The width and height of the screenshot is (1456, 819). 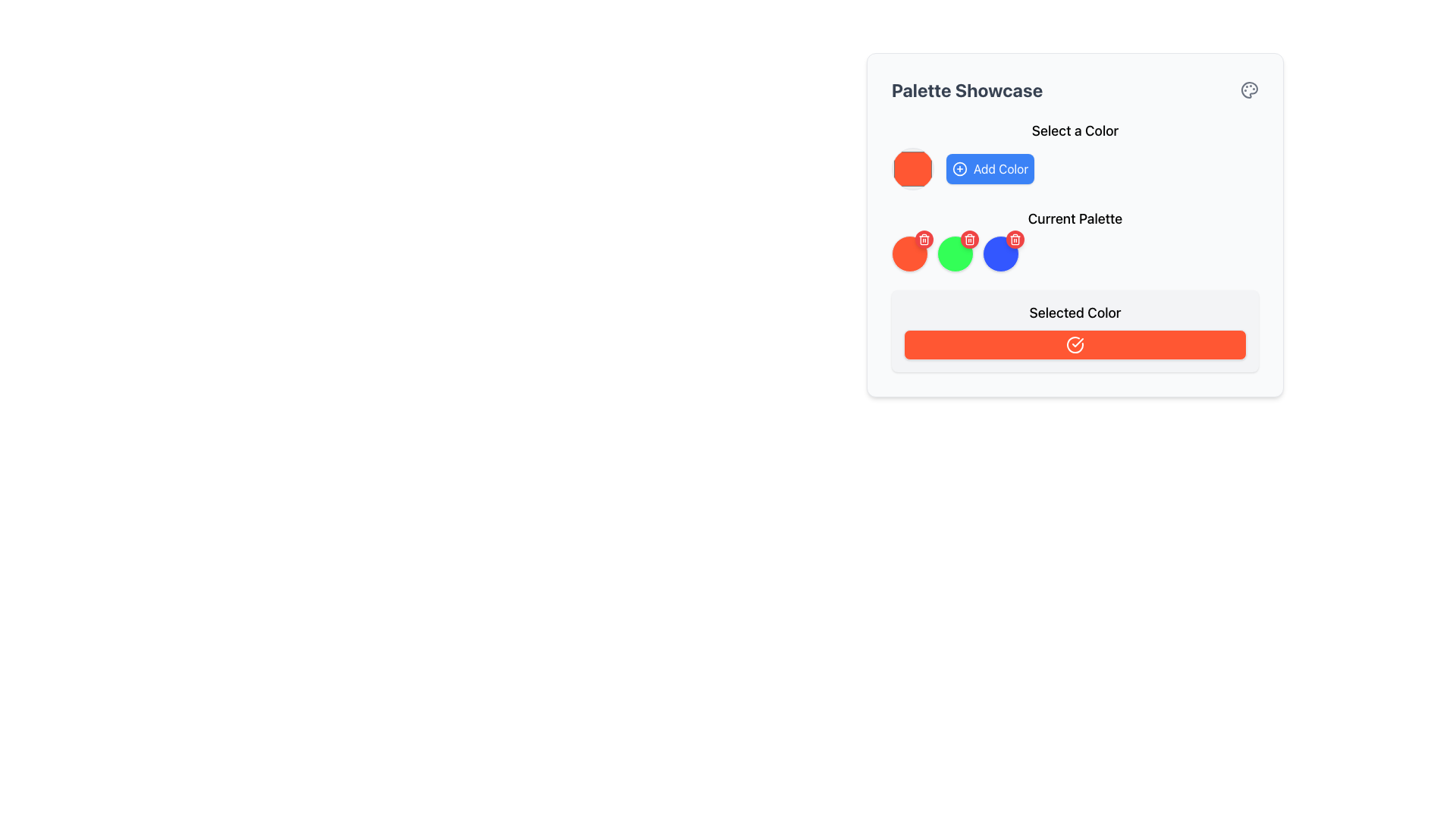 What do you see at coordinates (912, 169) in the screenshot?
I see `the Circular color option selector for keyboard navigation` at bounding box center [912, 169].